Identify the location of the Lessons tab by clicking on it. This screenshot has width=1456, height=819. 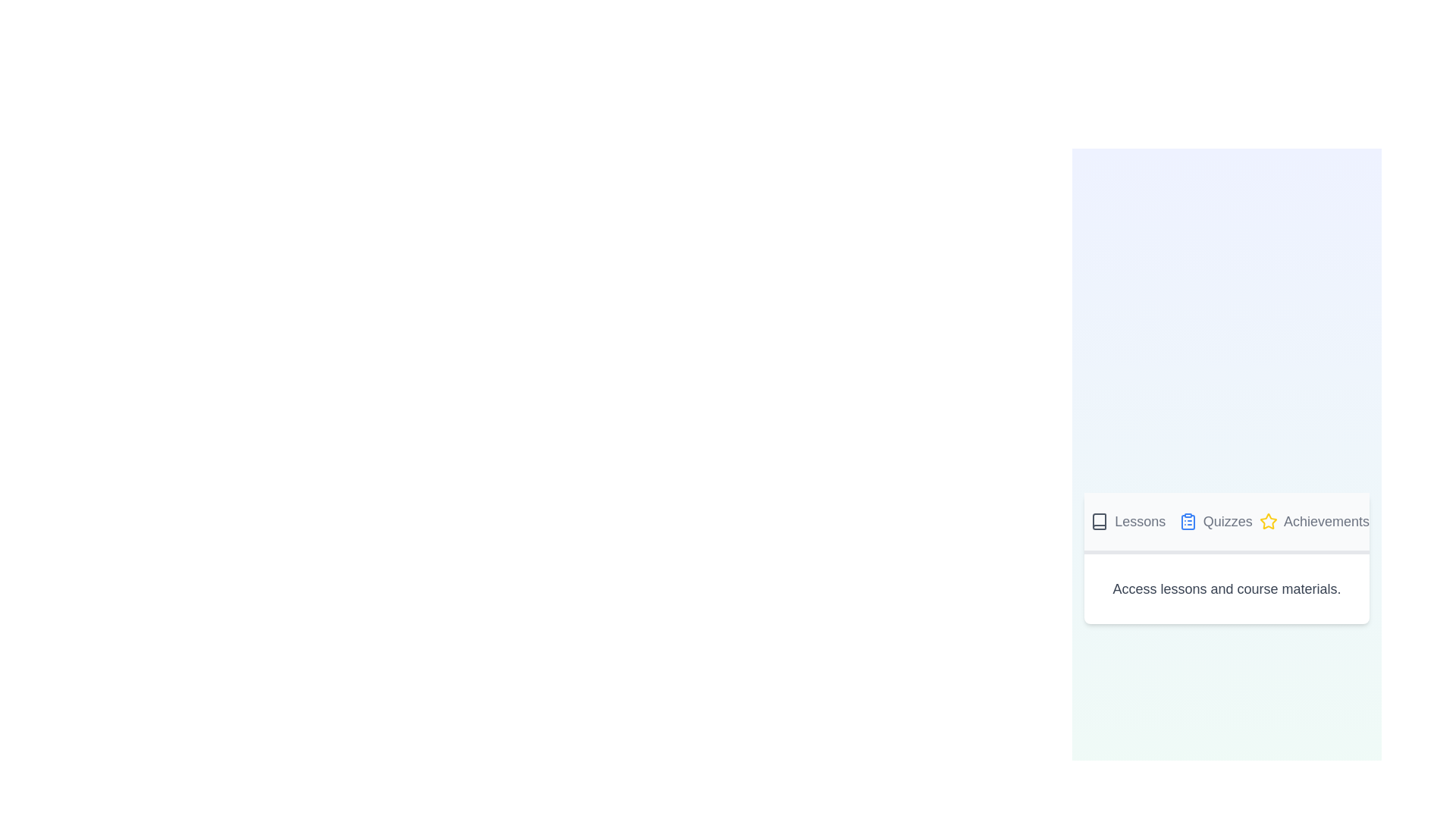
(1128, 522).